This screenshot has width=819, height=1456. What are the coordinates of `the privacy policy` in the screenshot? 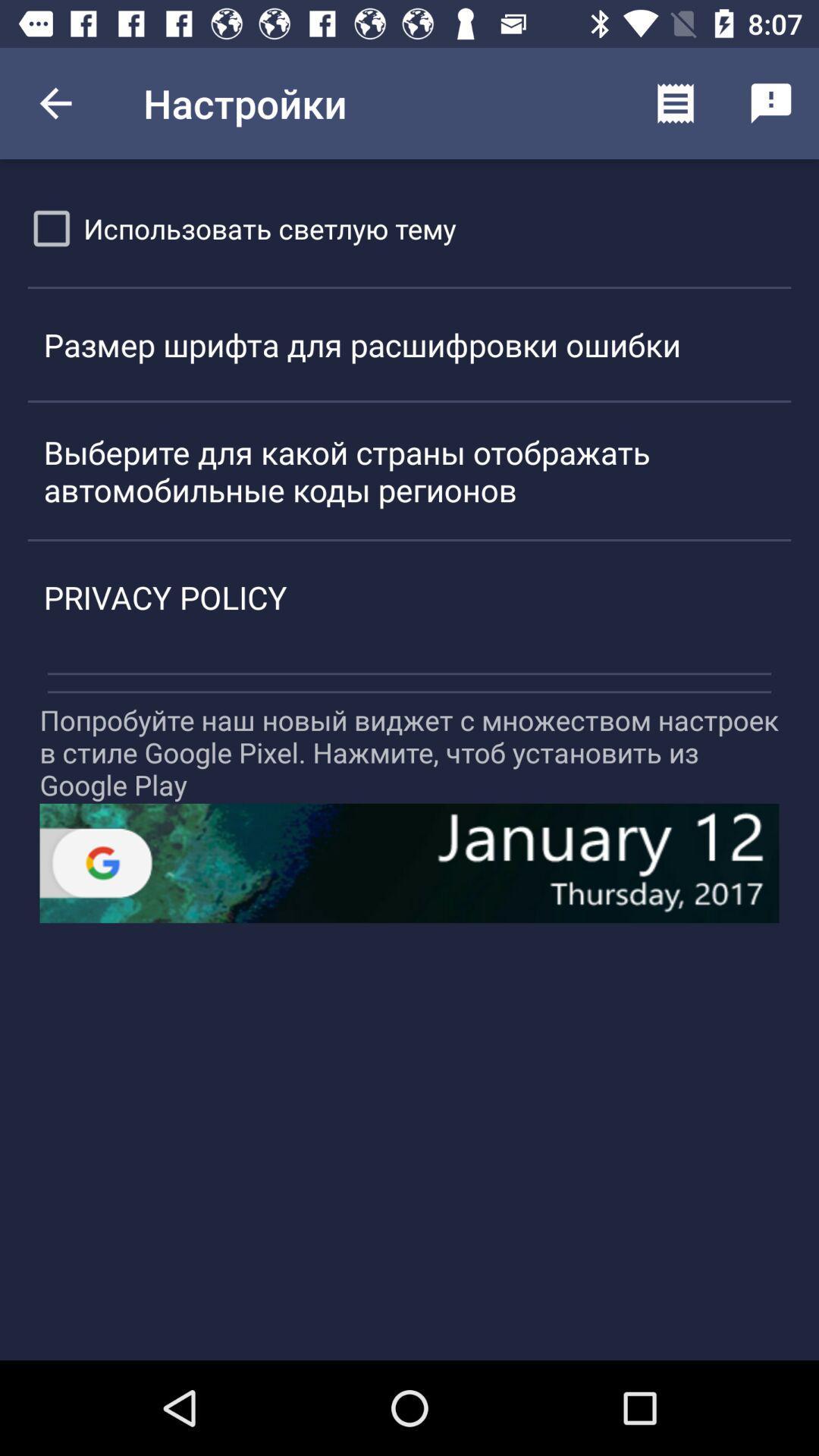 It's located at (409, 596).